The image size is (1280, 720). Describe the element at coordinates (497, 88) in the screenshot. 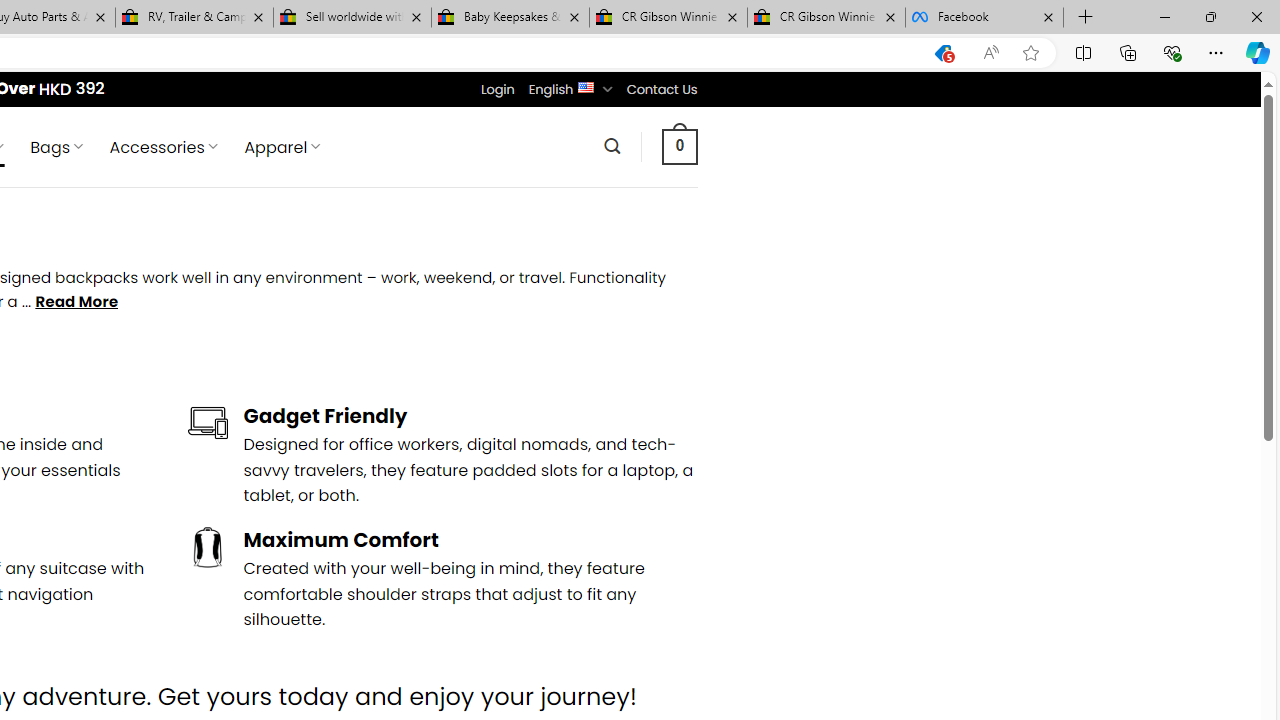

I see `'Login'` at that location.